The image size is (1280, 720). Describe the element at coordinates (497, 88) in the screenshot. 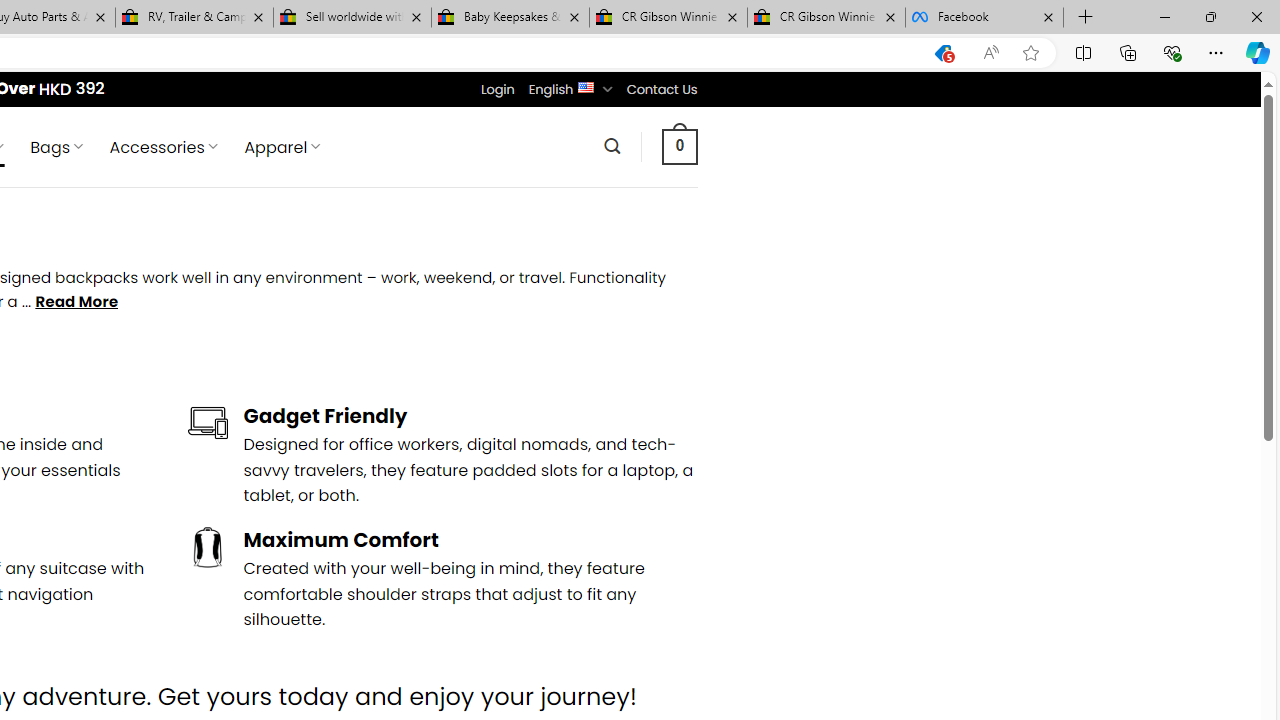

I see `'Login'` at that location.